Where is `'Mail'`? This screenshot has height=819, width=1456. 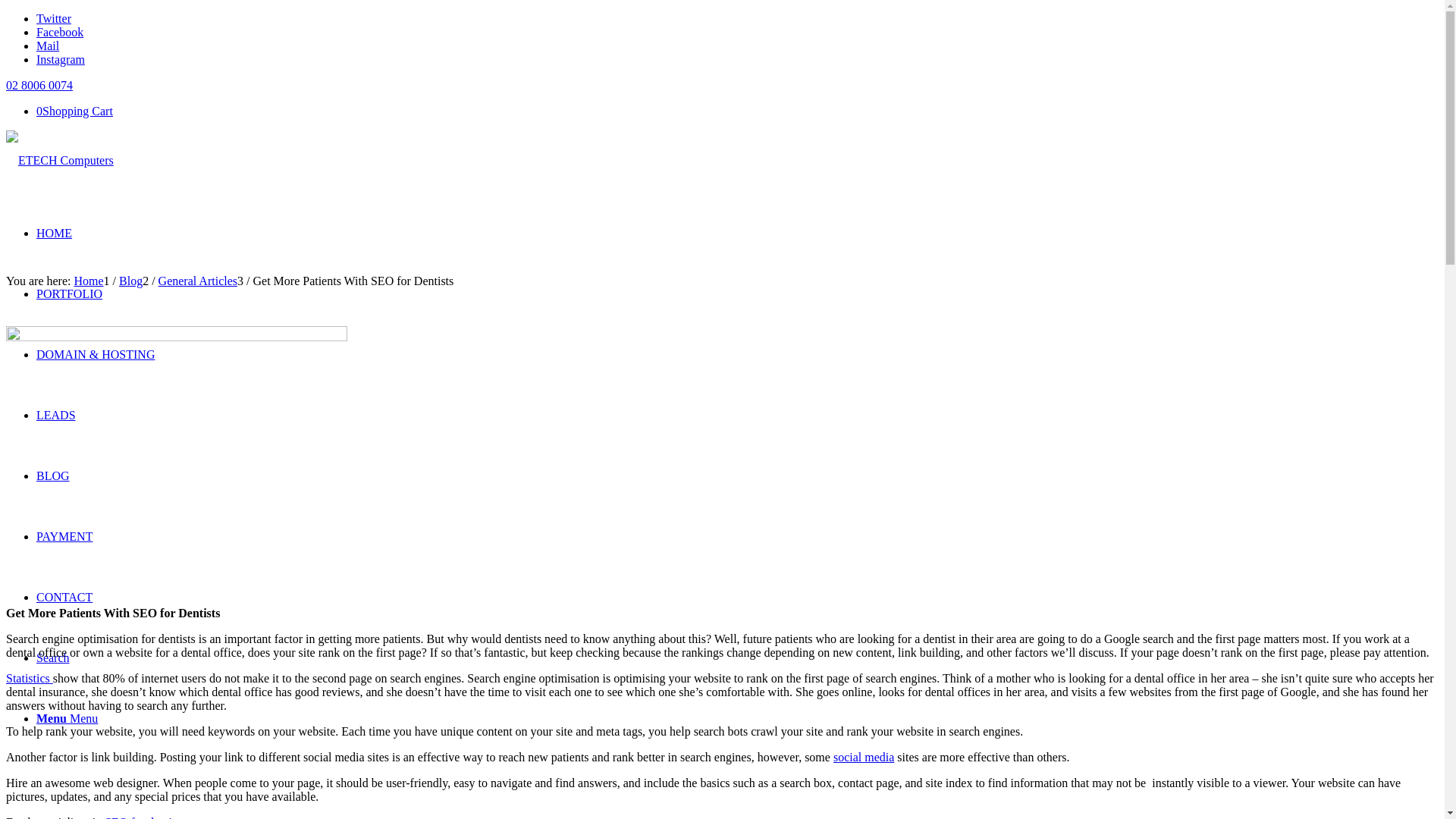
'Mail' is located at coordinates (47, 45).